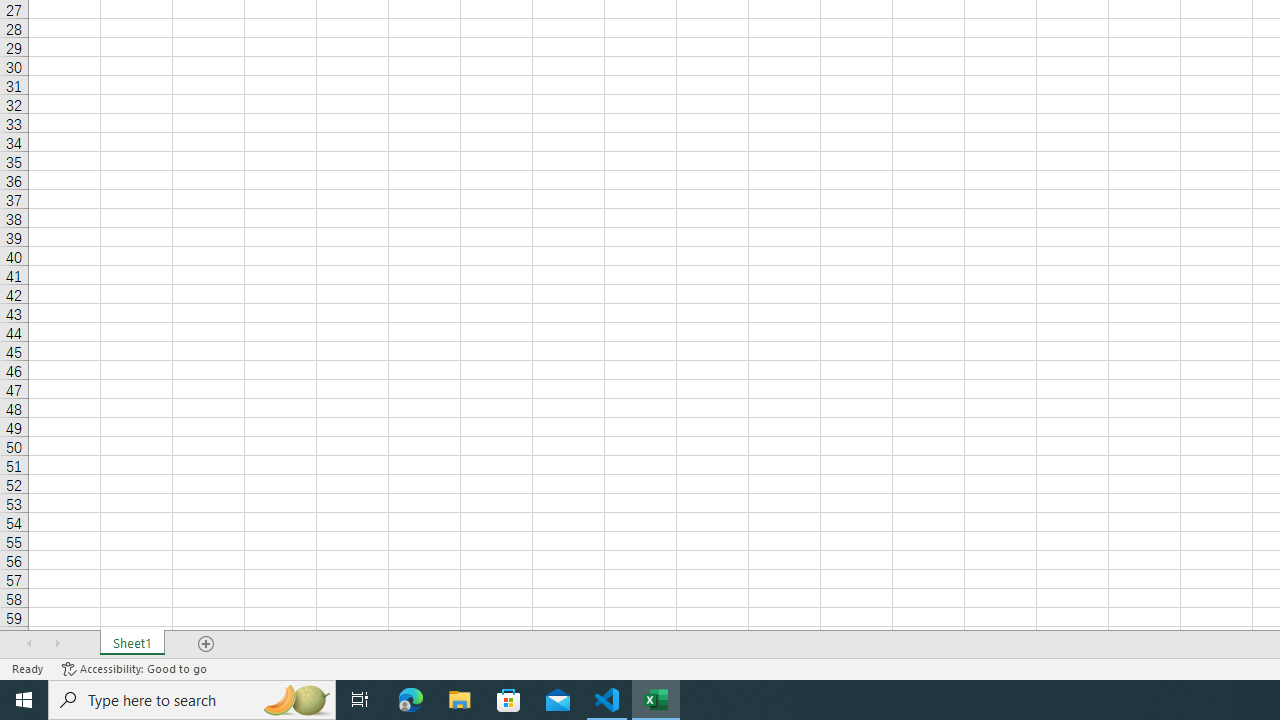 The height and width of the screenshot is (720, 1280). What do you see at coordinates (57, 644) in the screenshot?
I see `'Scroll Right'` at bounding box center [57, 644].